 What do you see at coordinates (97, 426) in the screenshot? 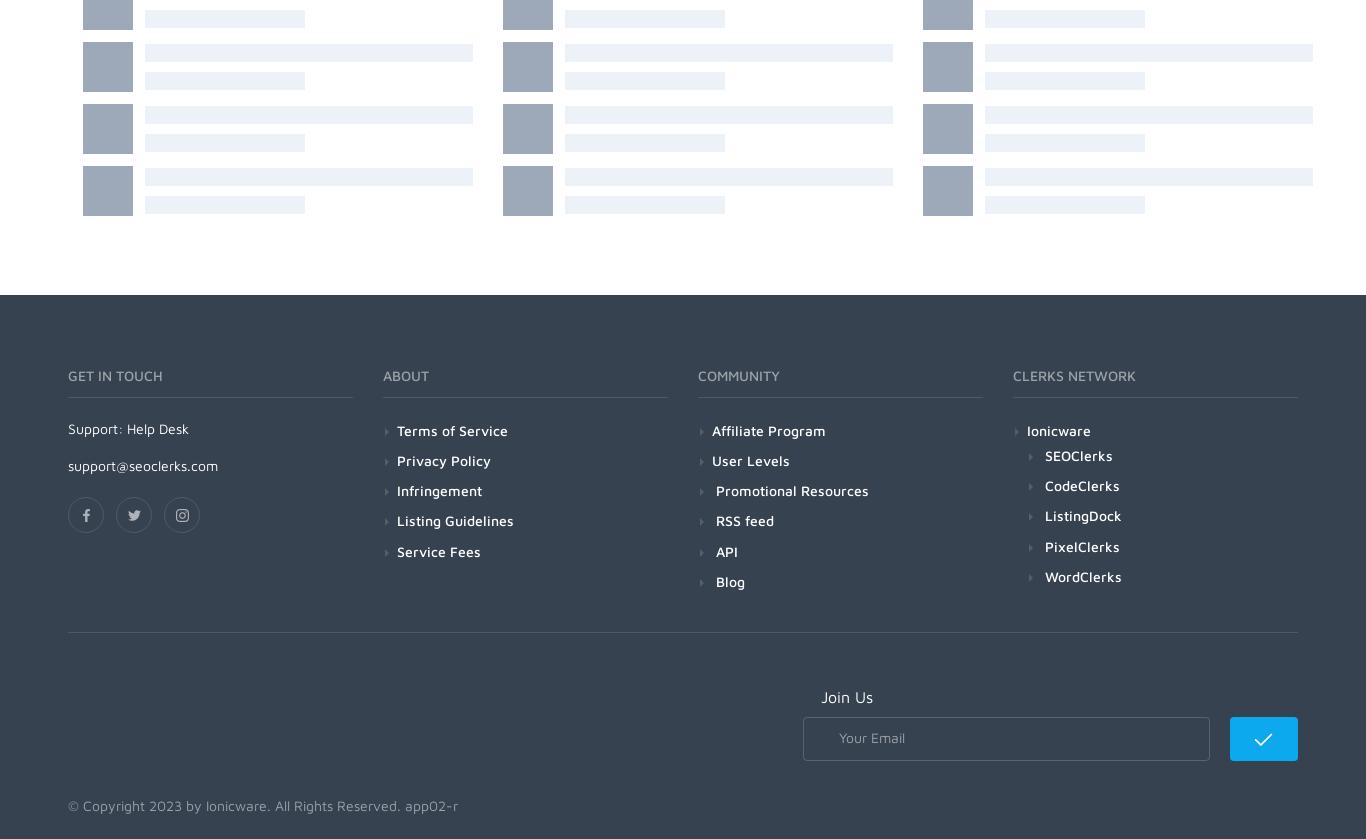
I see `'Support:'` at bounding box center [97, 426].